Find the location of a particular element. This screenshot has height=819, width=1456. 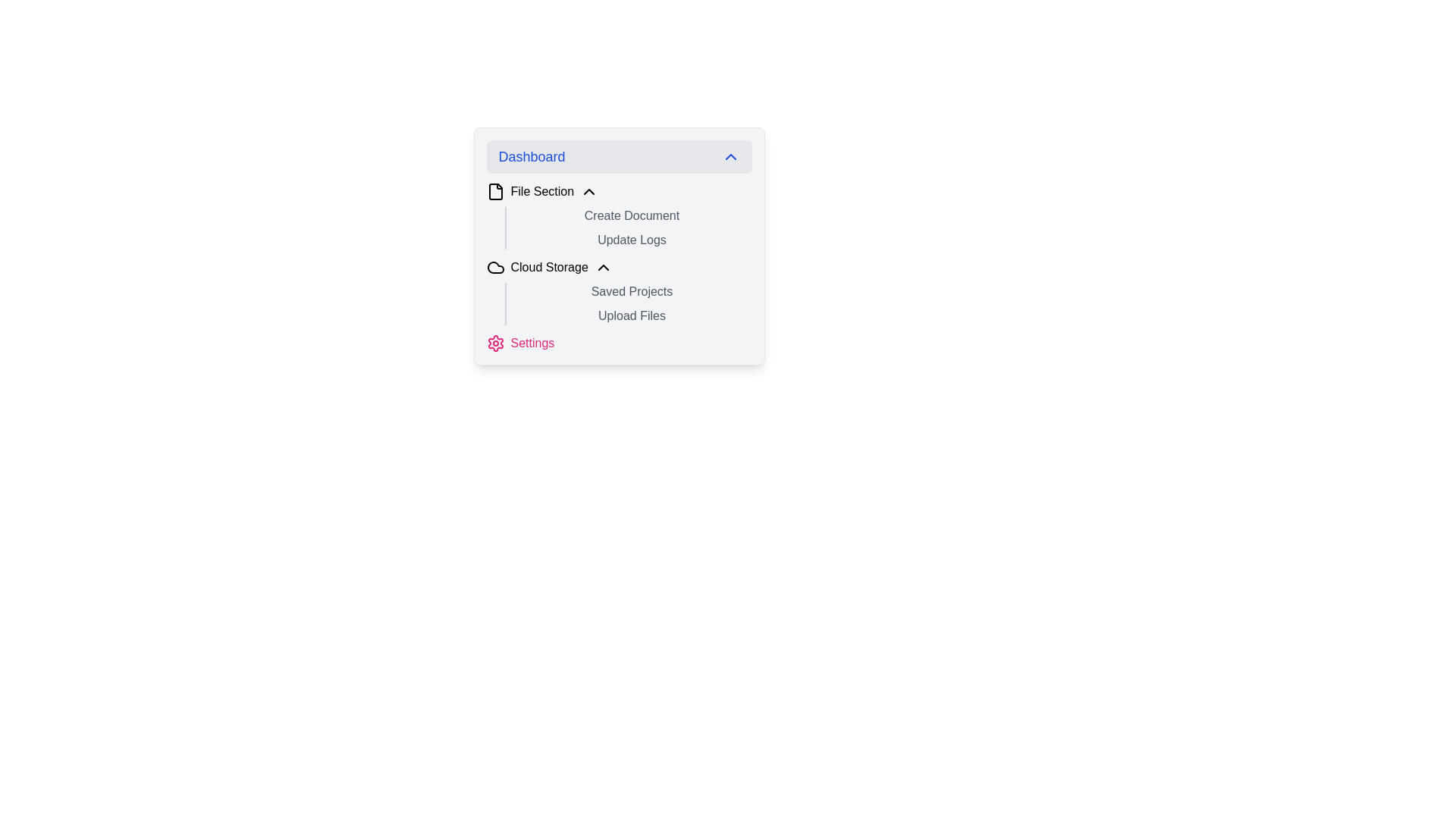

the 'File Section' icon located to the left of the 'File Section' text within the dropdown panel under the 'Dashboard' header is located at coordinates (495, 191).